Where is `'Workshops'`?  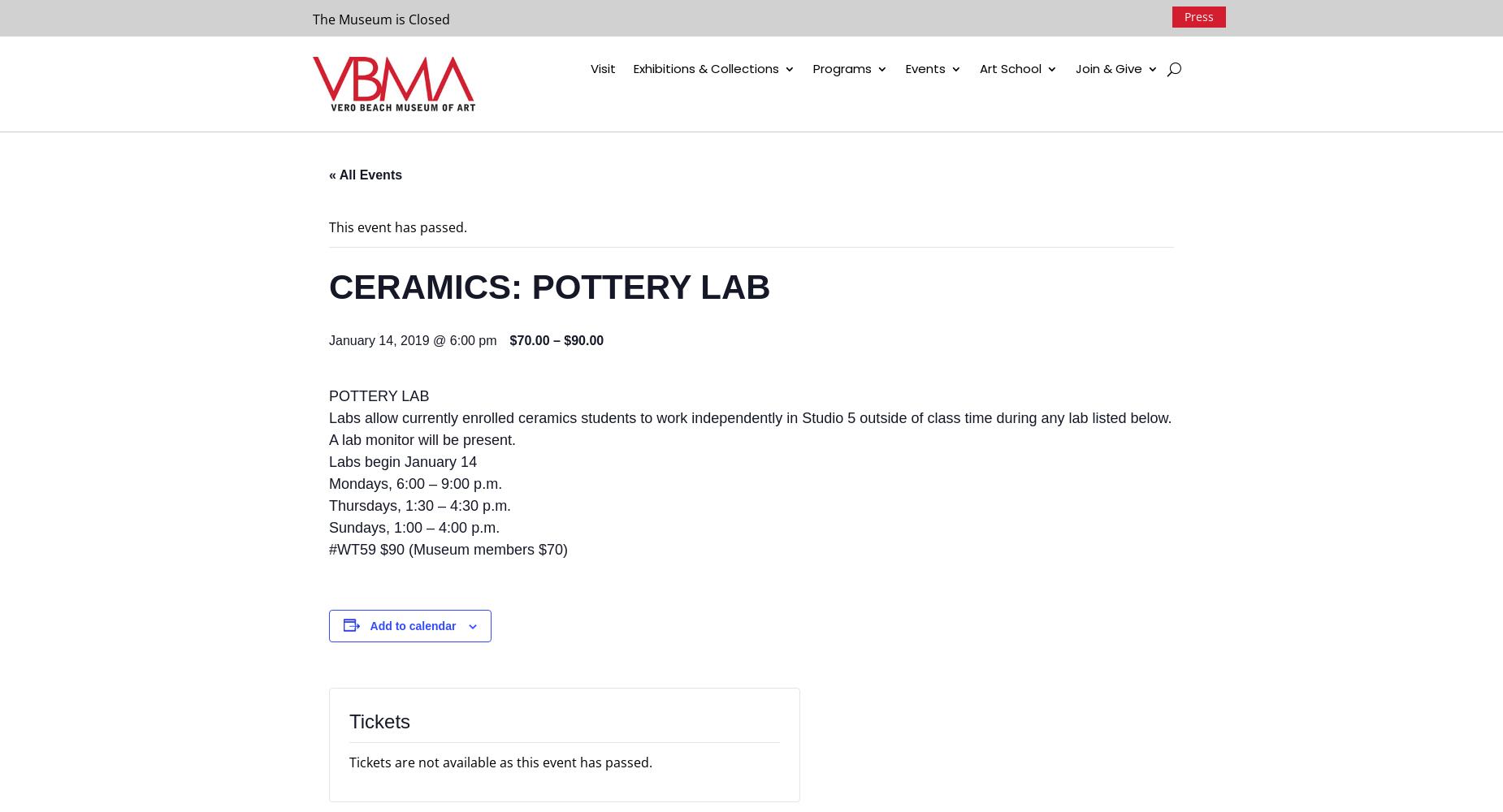
'Workshops' is located at coordinates (1043, 254).